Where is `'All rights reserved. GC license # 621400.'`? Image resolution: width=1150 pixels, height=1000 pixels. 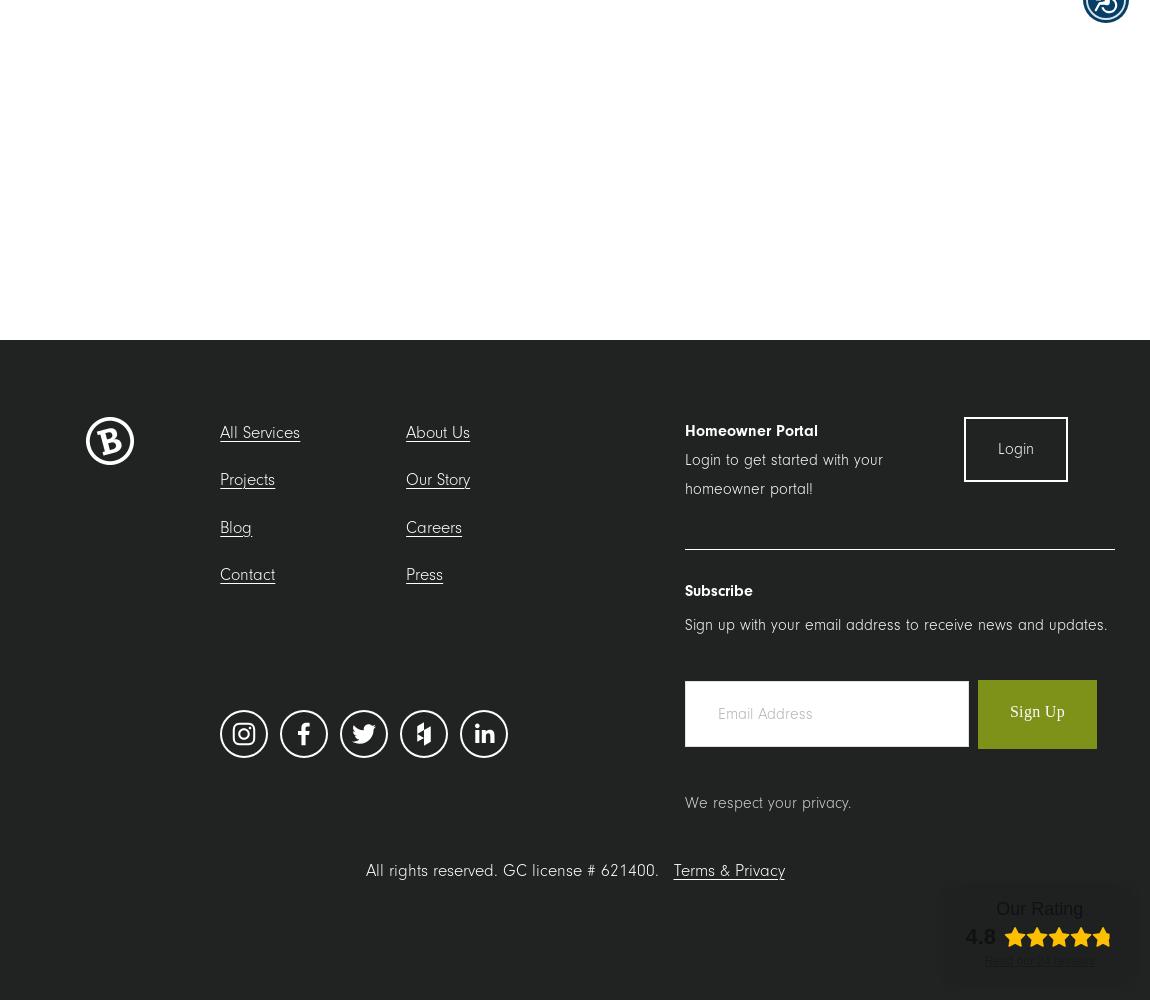
'All rights reserved. GC license # 621400.' is located at coordinates (518, 868).